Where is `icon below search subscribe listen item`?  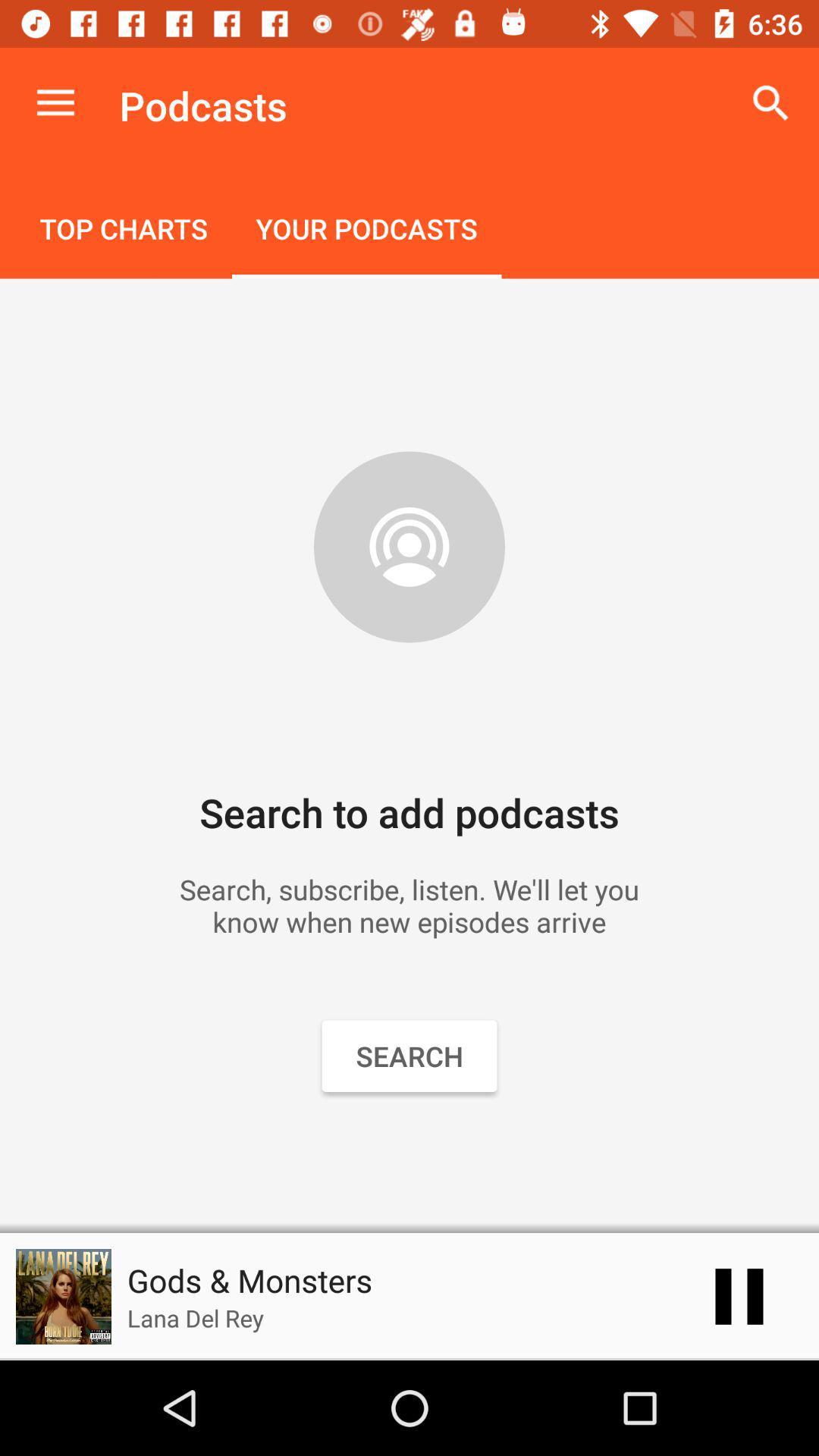
icon below search subscribe listen item is located at coordinates (739, 1295).